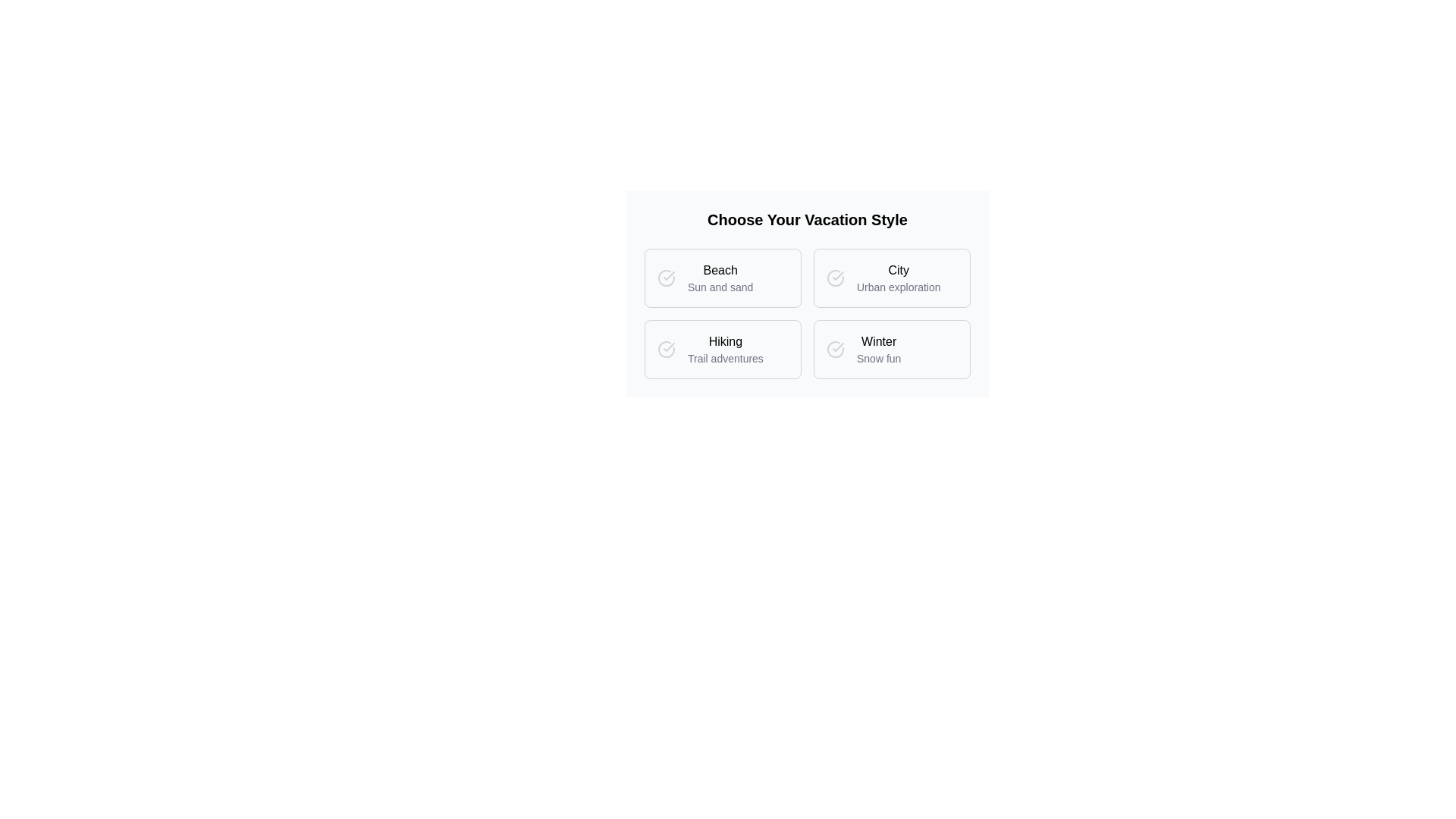  I want to click on the 'Hiking' option button, so click(722, 350).